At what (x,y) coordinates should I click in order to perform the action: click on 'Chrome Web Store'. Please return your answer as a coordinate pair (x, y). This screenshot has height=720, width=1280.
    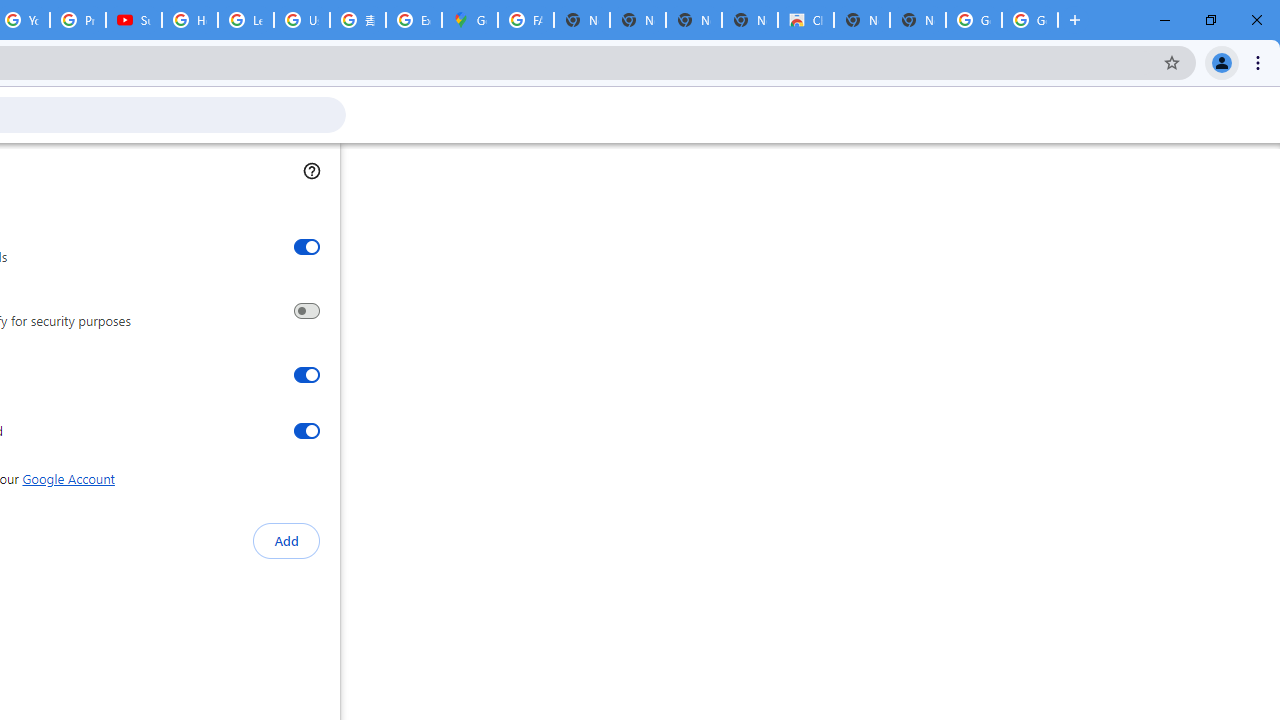
    Looking at the image, I should click on (806, 20).